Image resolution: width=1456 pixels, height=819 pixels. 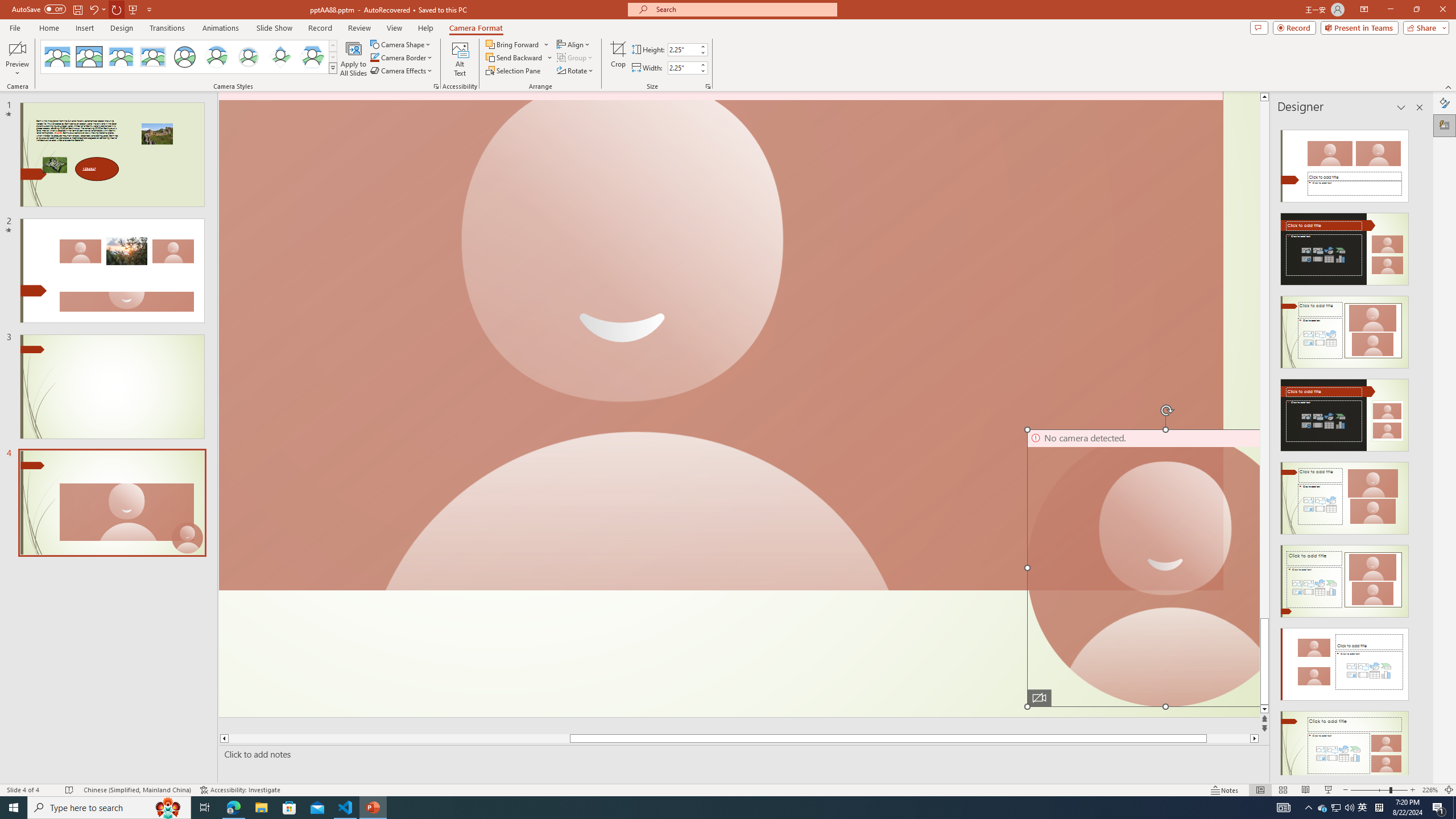 What do you see at coordinates (401, 56) in the screenshot?
I see `'Camera Border'` at bounding box center [401, 56].